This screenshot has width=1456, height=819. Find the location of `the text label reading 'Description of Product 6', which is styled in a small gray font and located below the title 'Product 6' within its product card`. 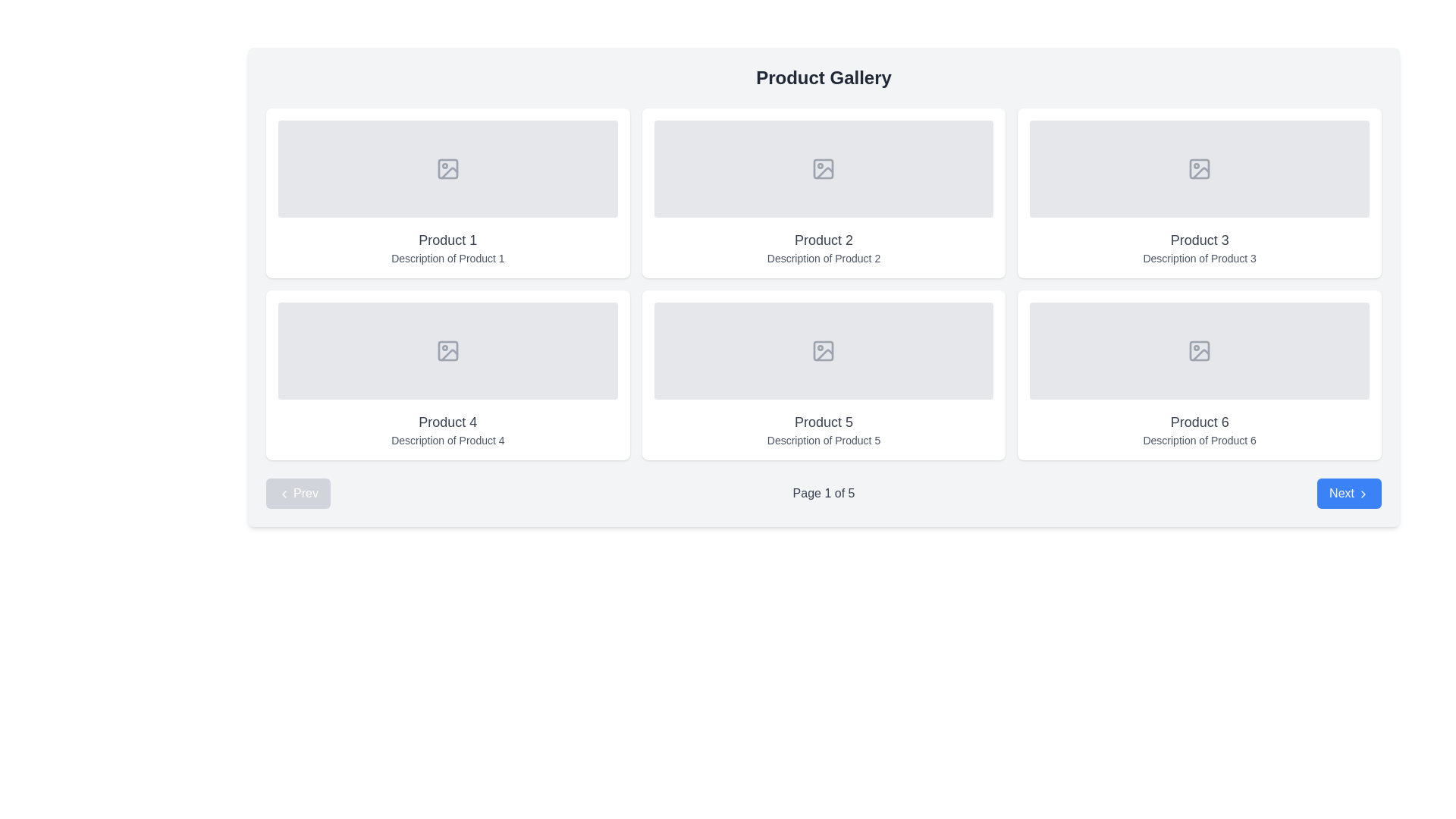

the text label reading 'Description of Product 6', which is styled in a small gray font and located below the title 'Product 6' within its product card is located at coordinates (1199, 441).